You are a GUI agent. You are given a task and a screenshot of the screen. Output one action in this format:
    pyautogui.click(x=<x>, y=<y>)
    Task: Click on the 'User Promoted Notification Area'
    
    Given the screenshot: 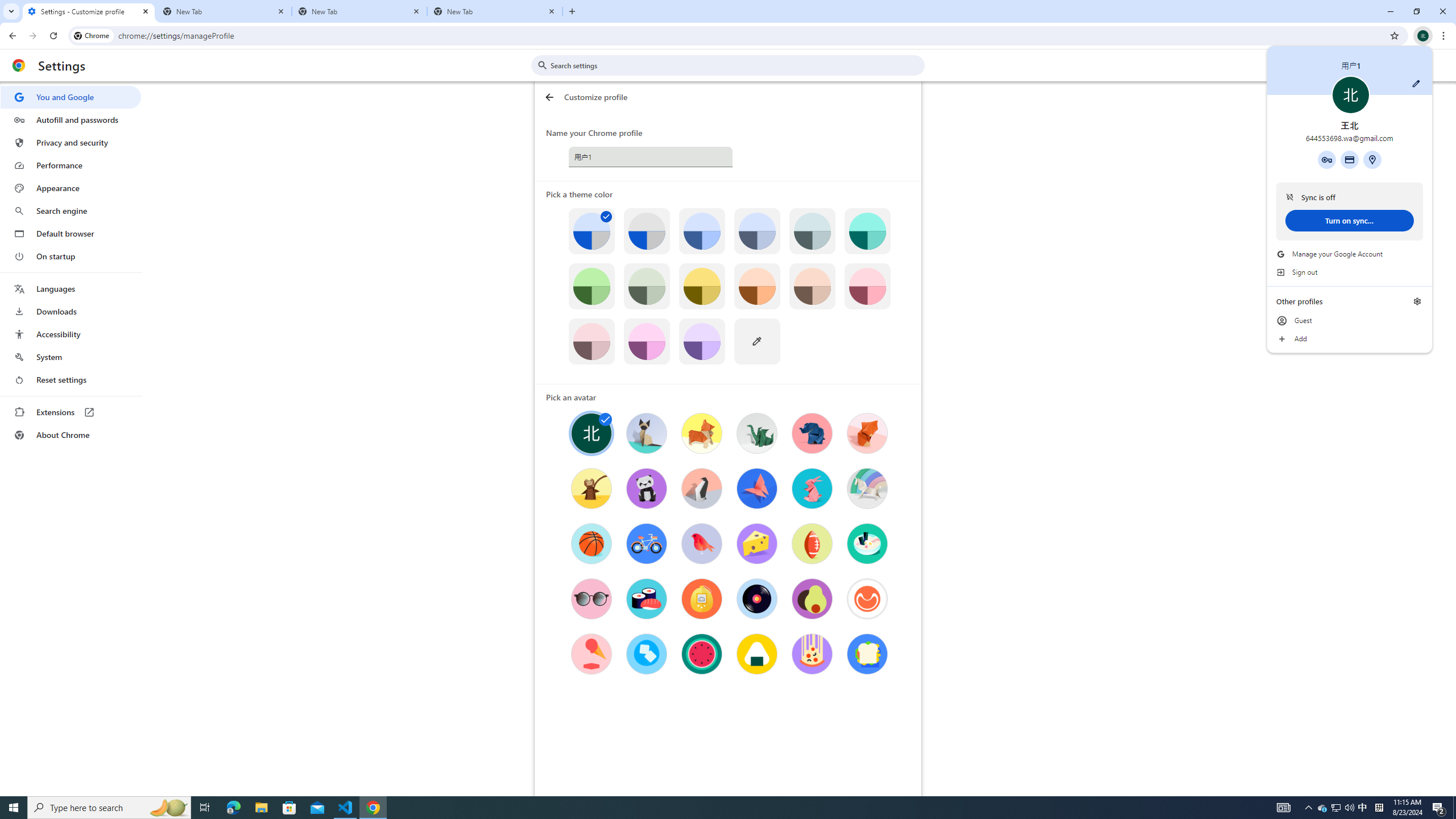 What is the action you would take?
    pyautogui.click(x=1336, y=806)
    